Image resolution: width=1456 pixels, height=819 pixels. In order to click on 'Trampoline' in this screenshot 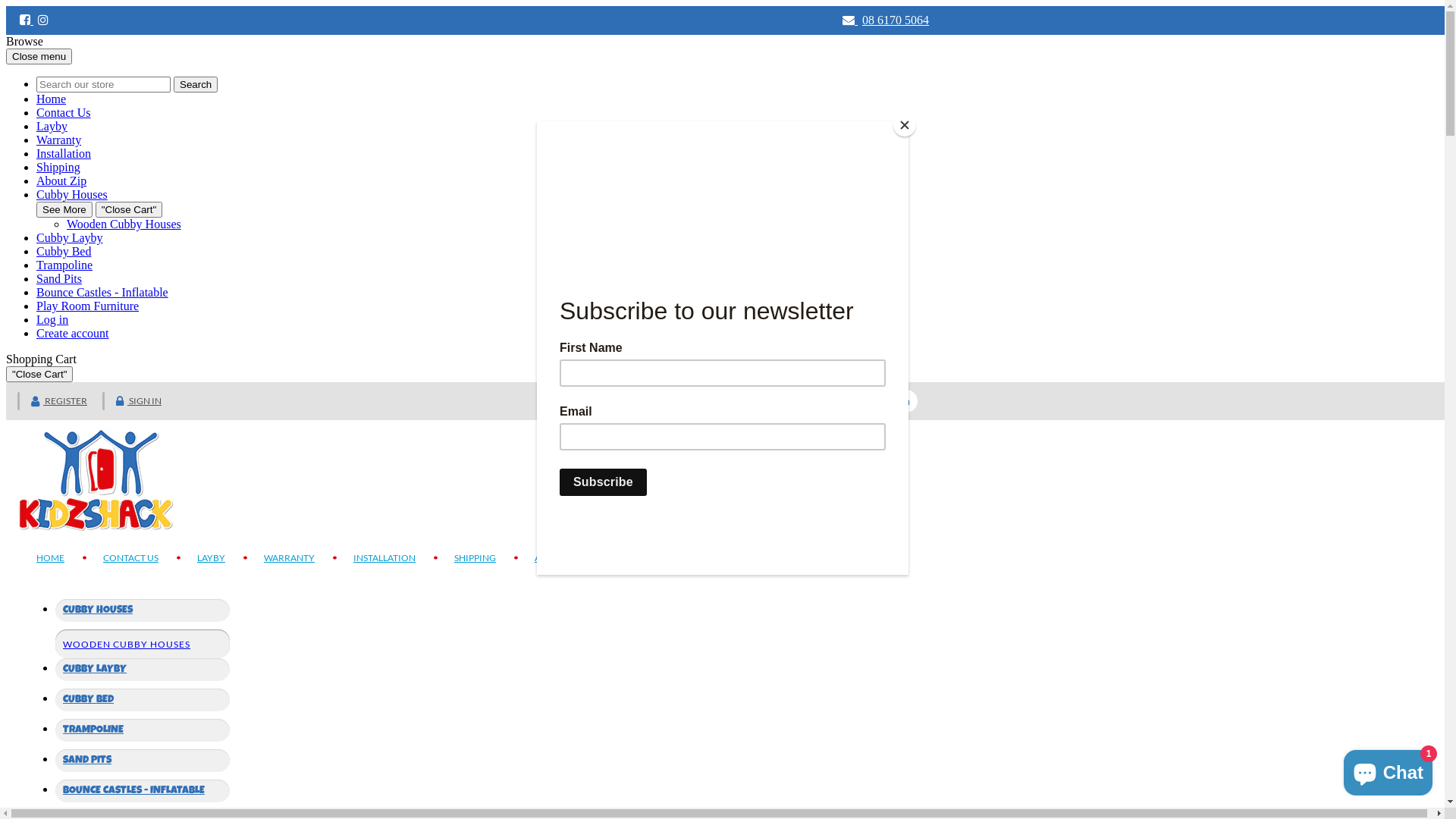, I will do `click(64, 264)`.